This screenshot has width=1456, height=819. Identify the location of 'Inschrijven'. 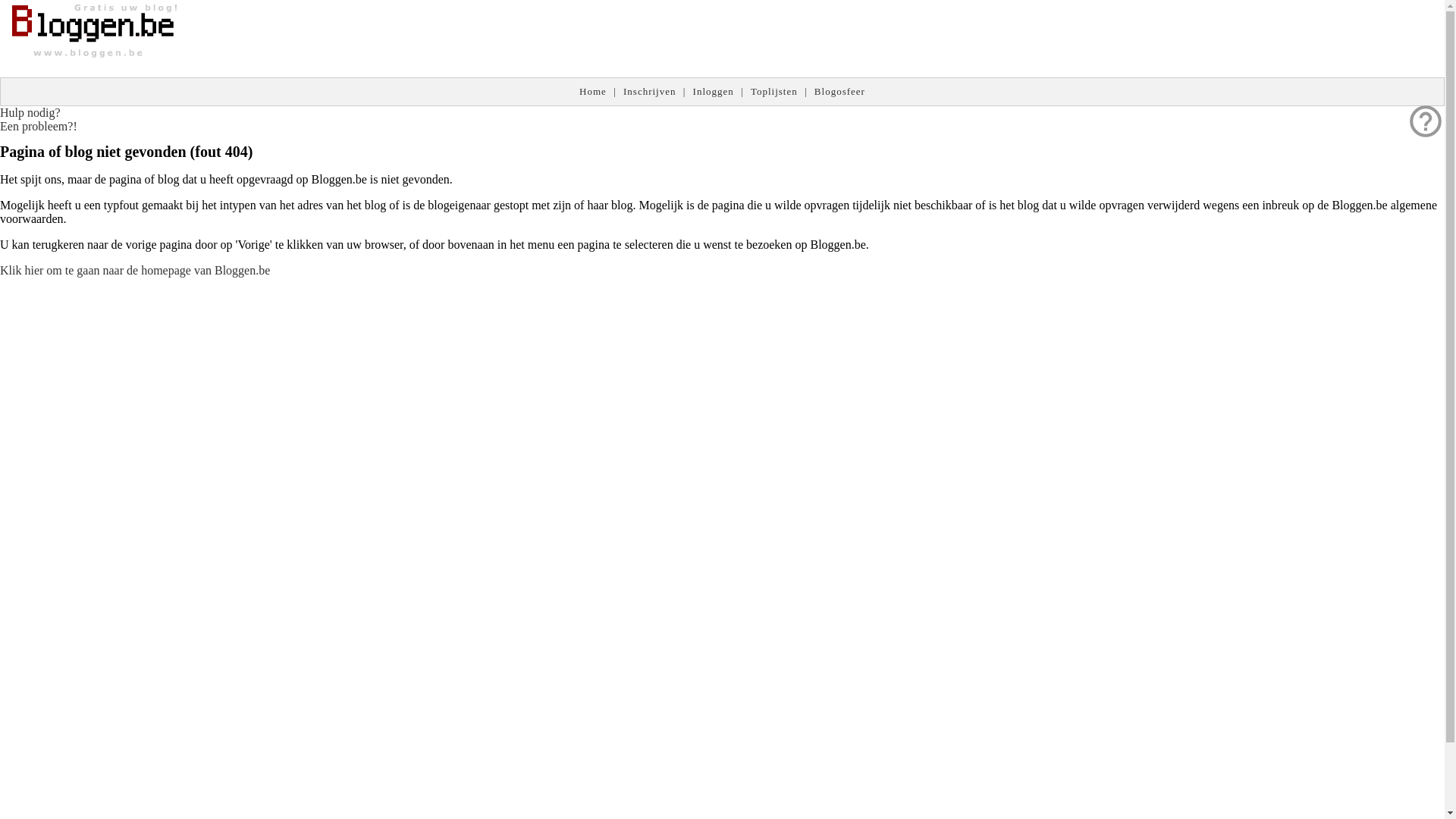
(649, 91).